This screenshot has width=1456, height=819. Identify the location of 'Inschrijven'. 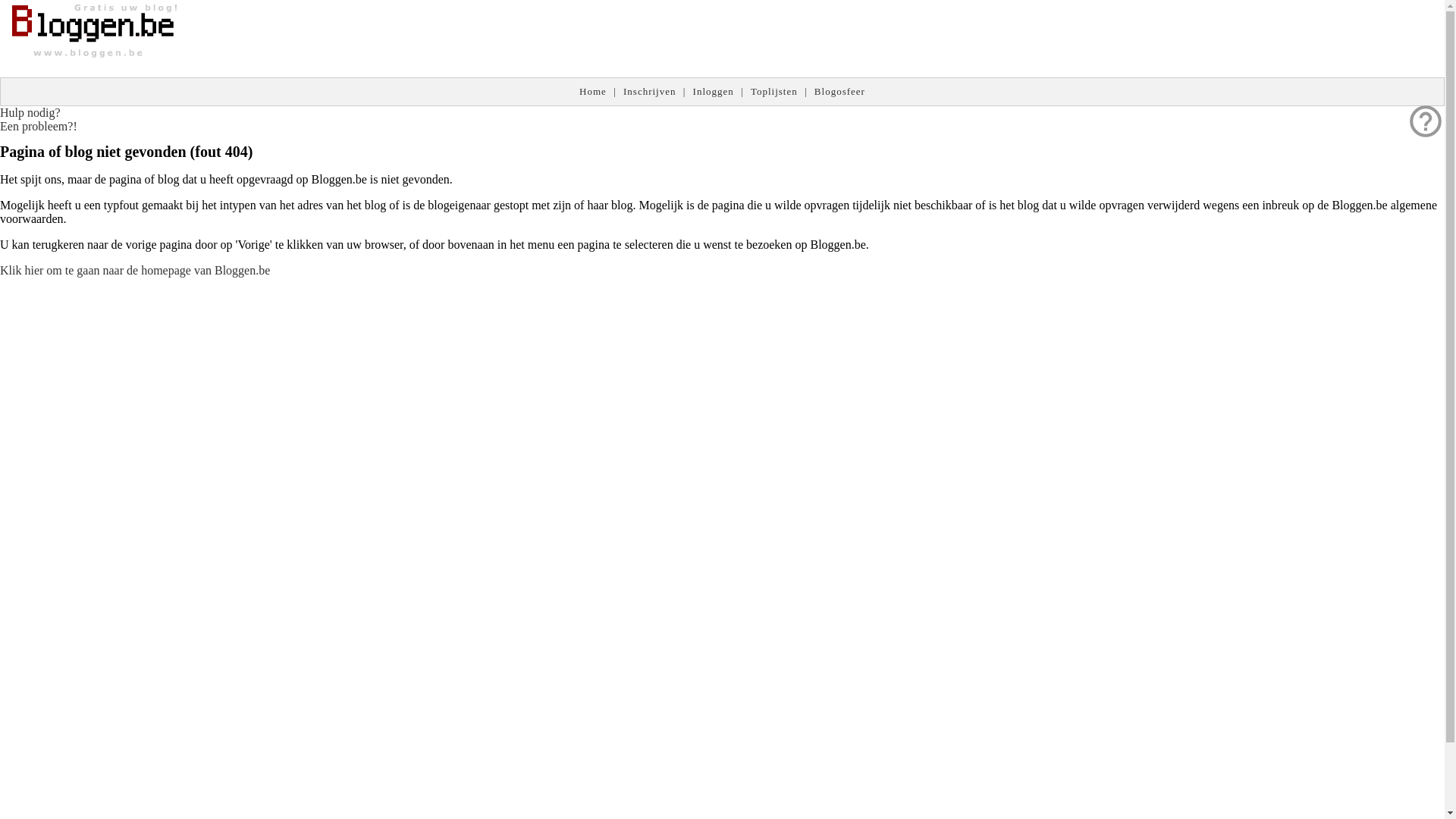
(649, 91).